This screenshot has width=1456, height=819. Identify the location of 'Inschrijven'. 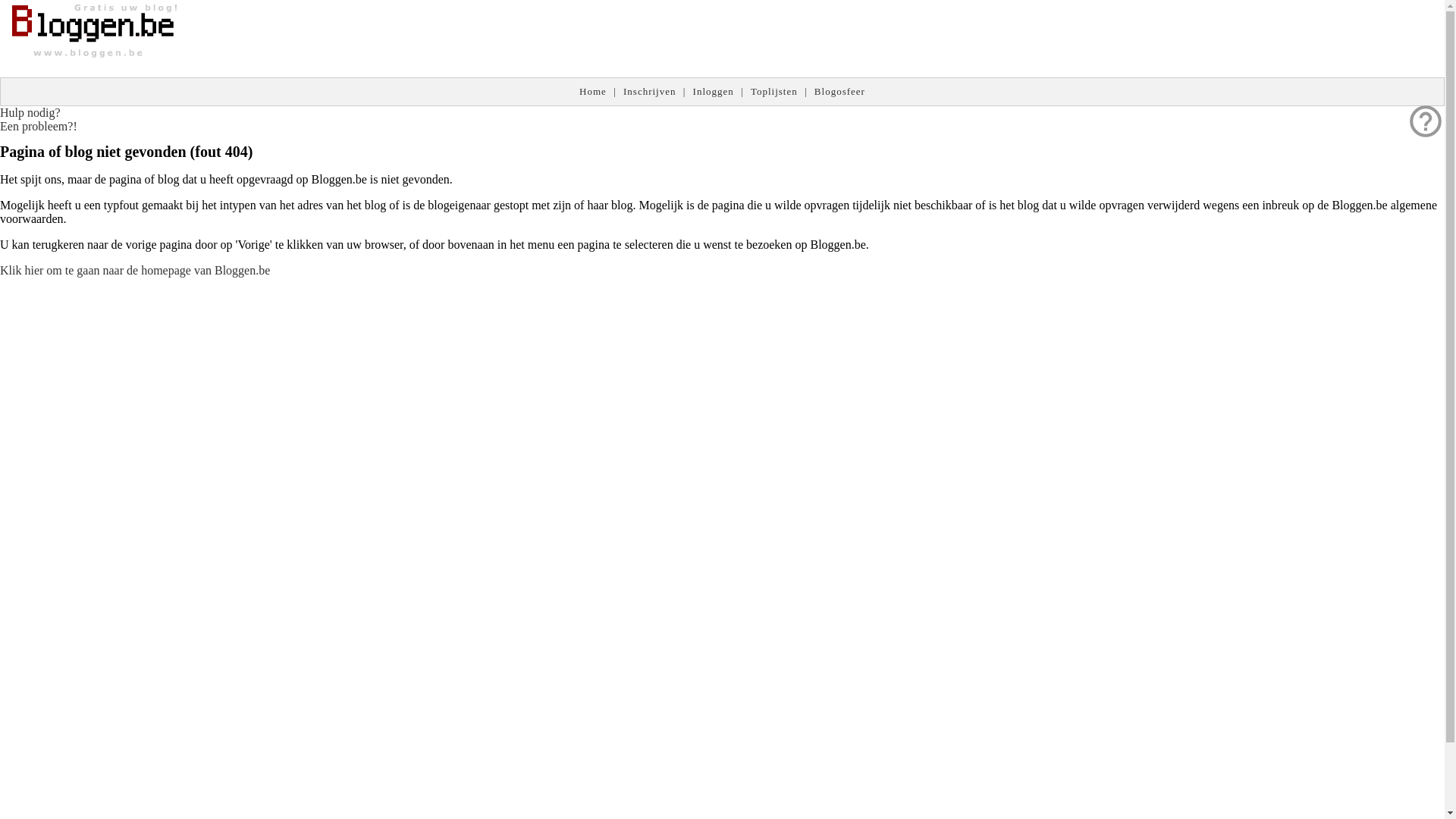
(649, 91).